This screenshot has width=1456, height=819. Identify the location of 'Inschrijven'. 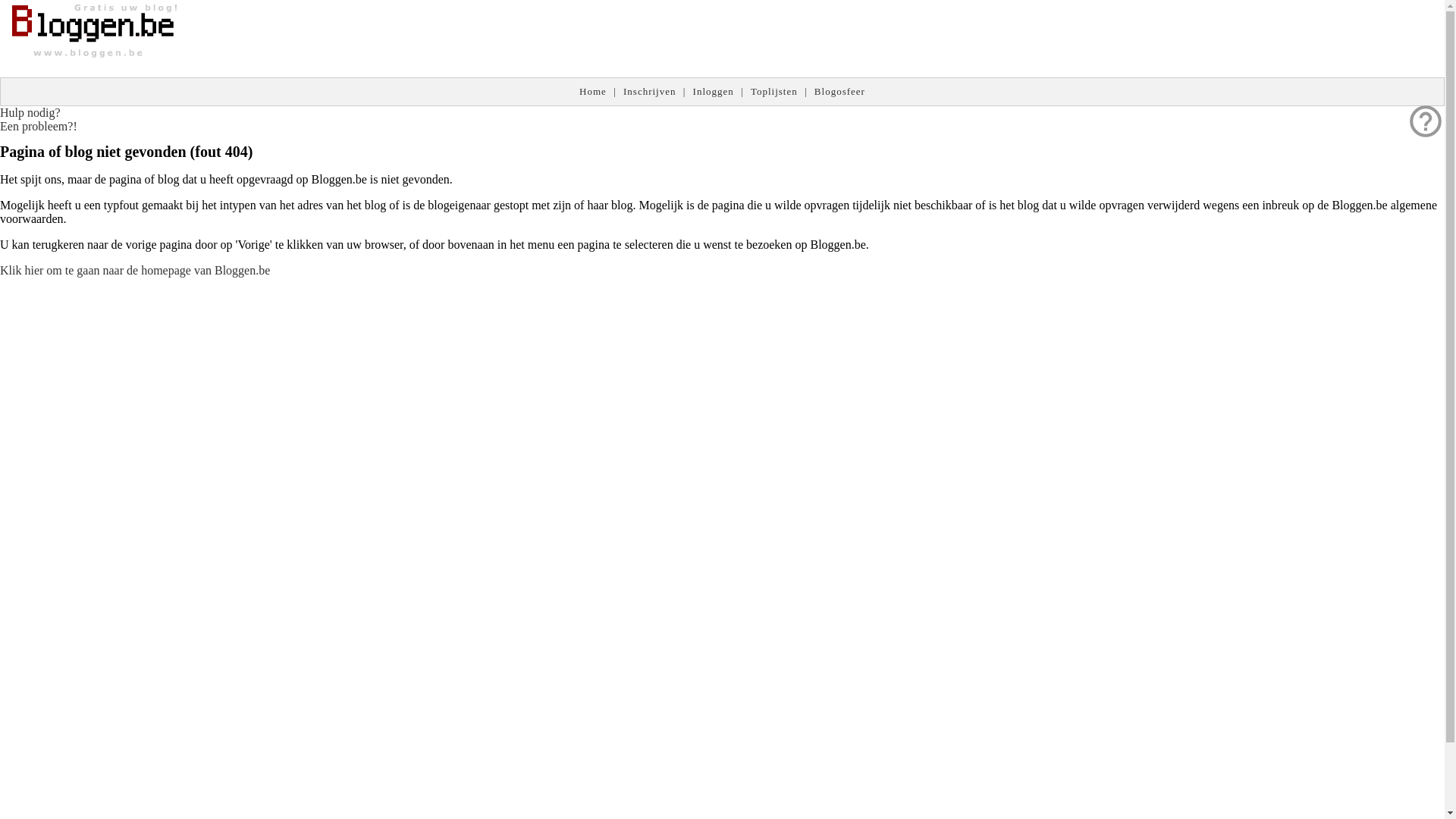
(649, 91).